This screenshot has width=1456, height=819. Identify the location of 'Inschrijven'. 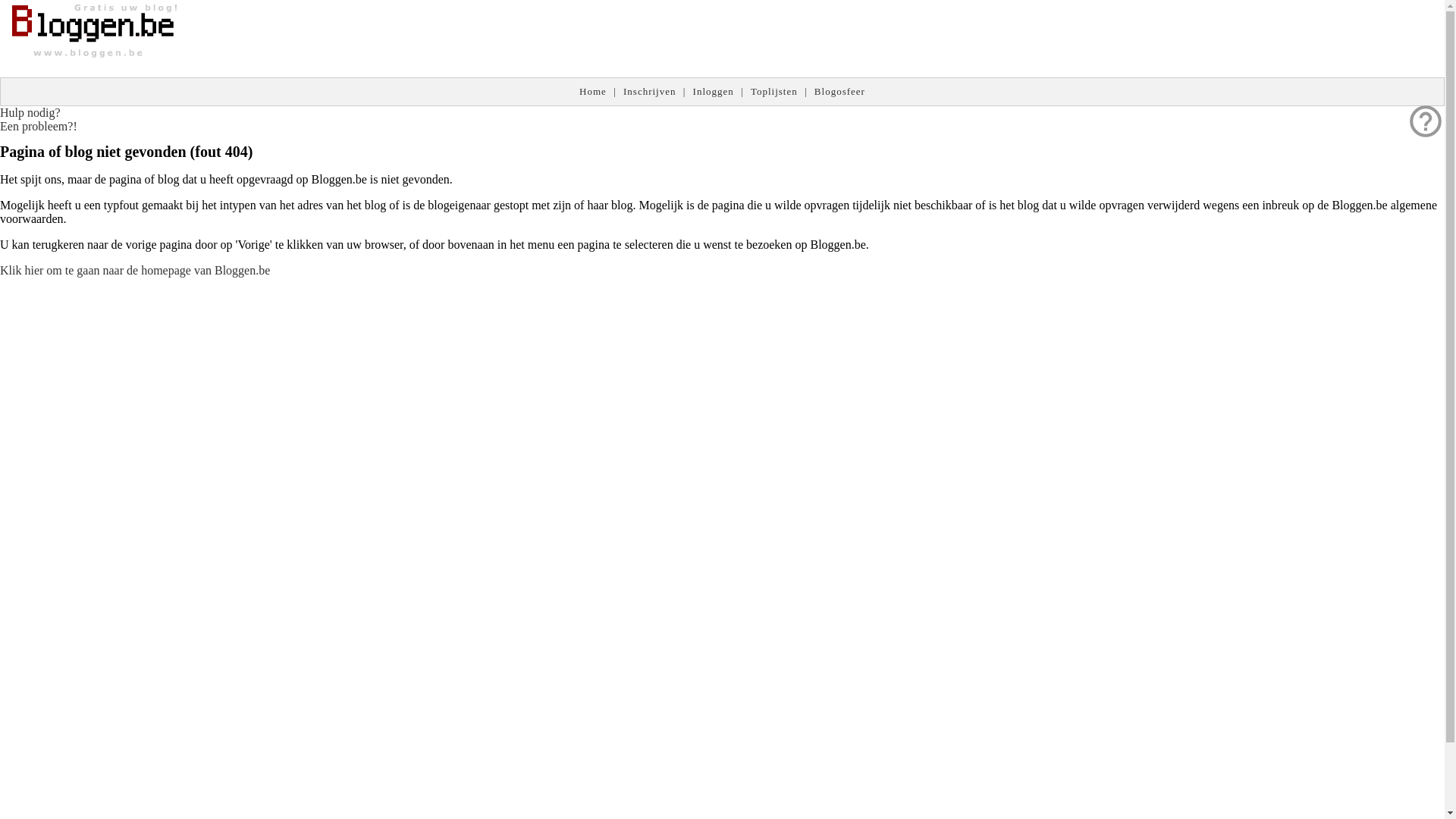
(649, 91).